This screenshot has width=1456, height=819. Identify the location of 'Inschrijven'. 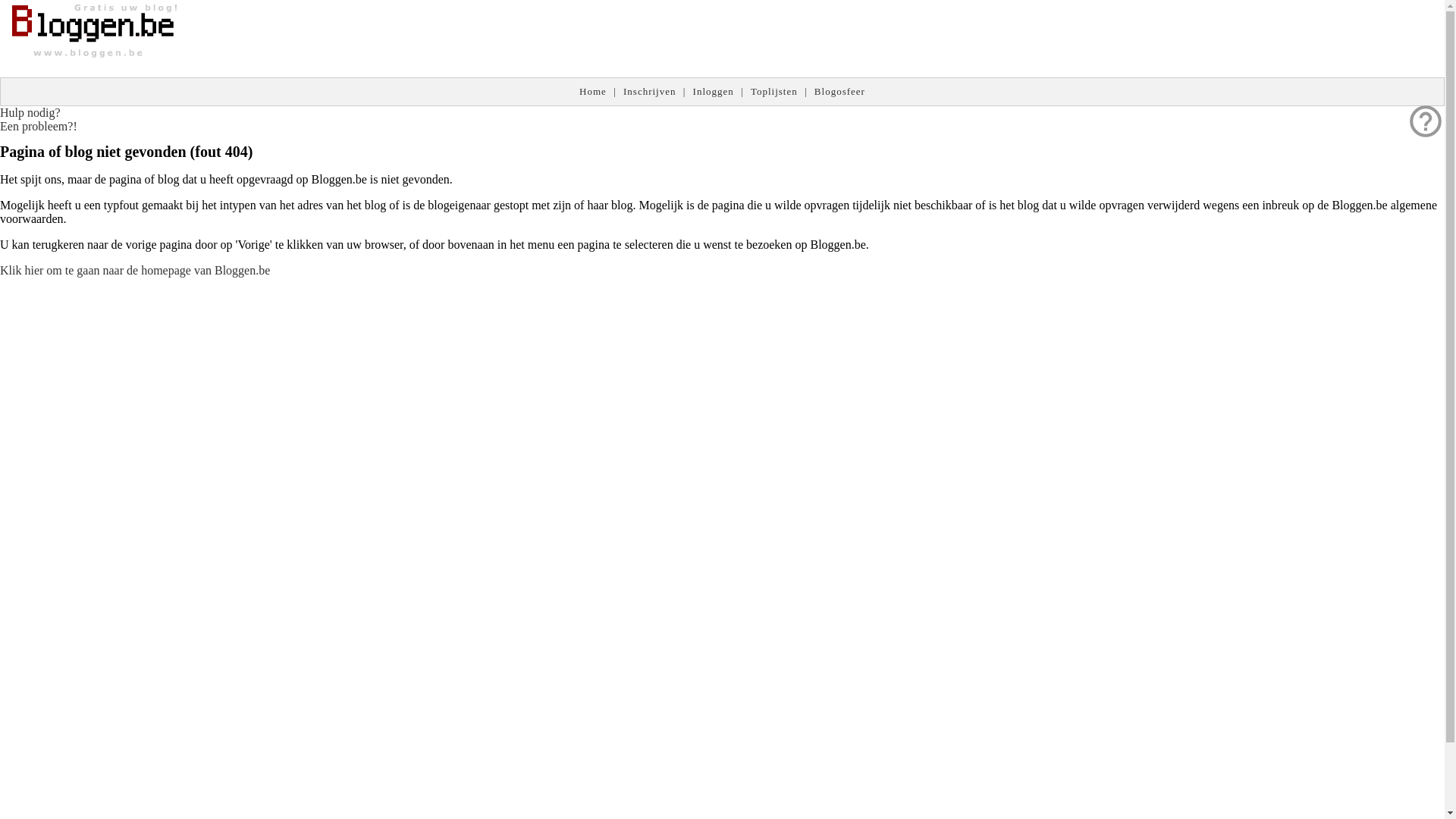
(649, 91).